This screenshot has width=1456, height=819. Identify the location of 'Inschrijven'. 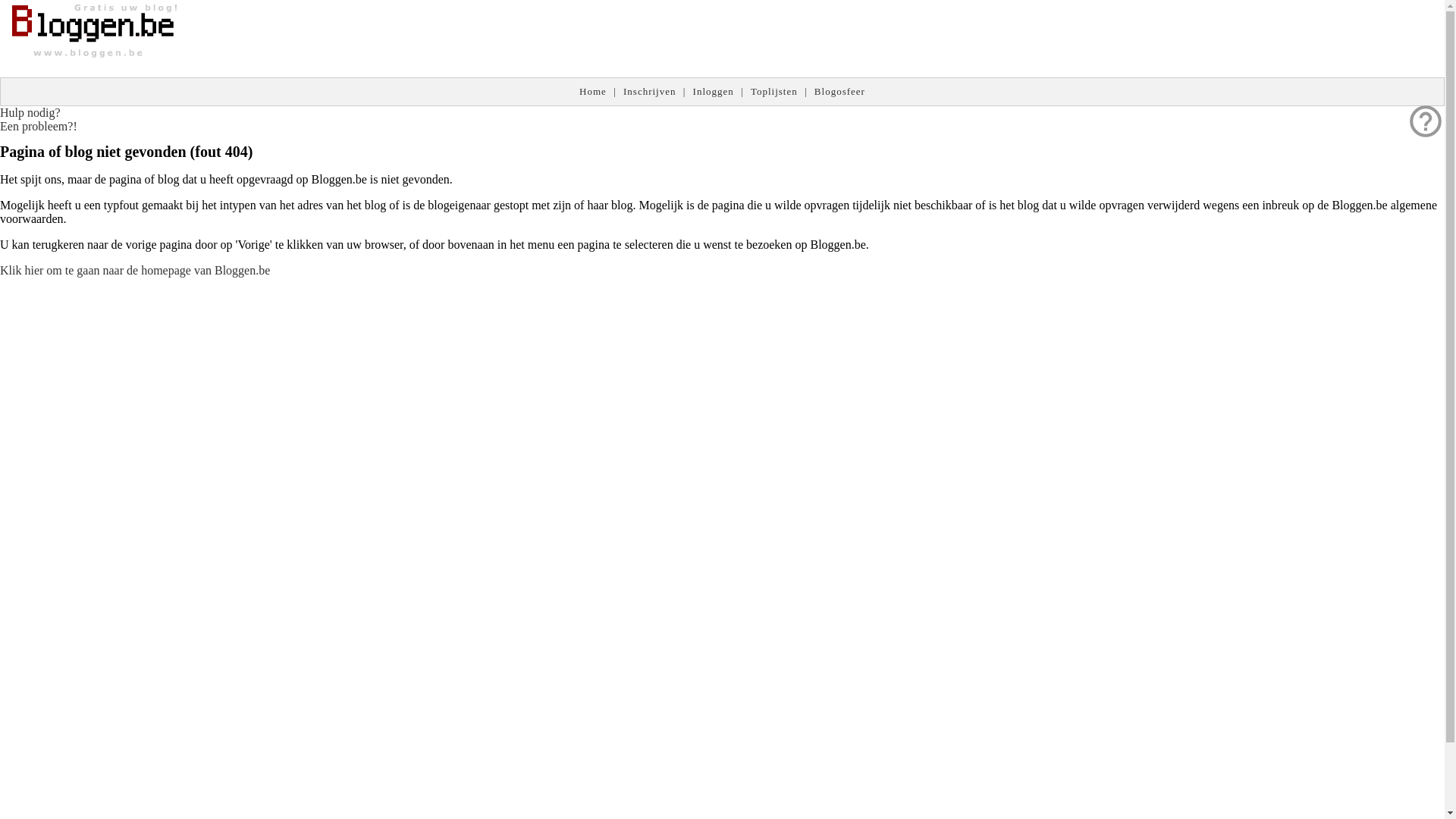
(649, 91).